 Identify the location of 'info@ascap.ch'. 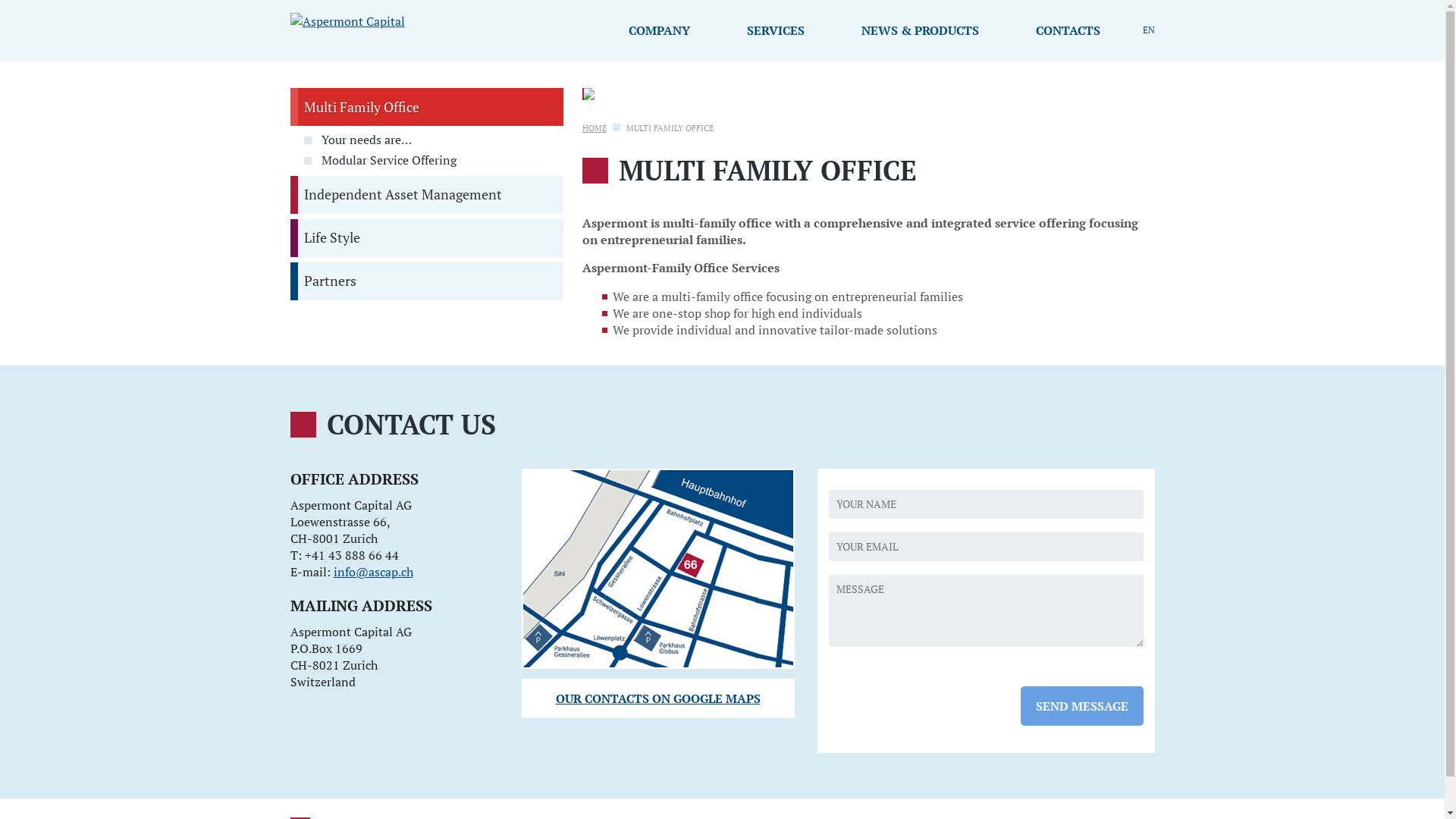
(373, 571).